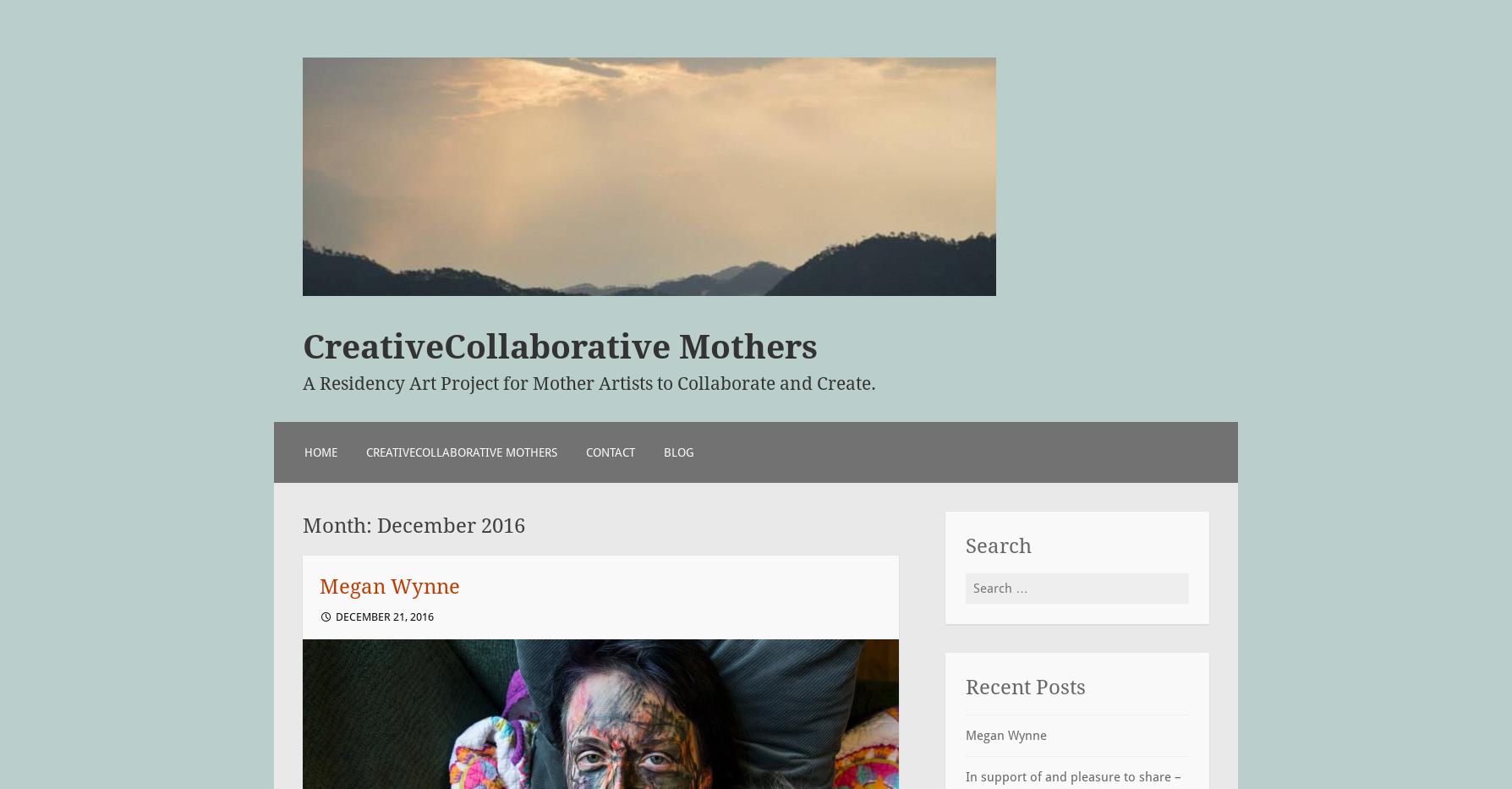 The height and width of the screenshot is (789, 1512). Describe the element at coordinates (385, 616) in the screenshot. I see `'December 21, 2016'` at that location.